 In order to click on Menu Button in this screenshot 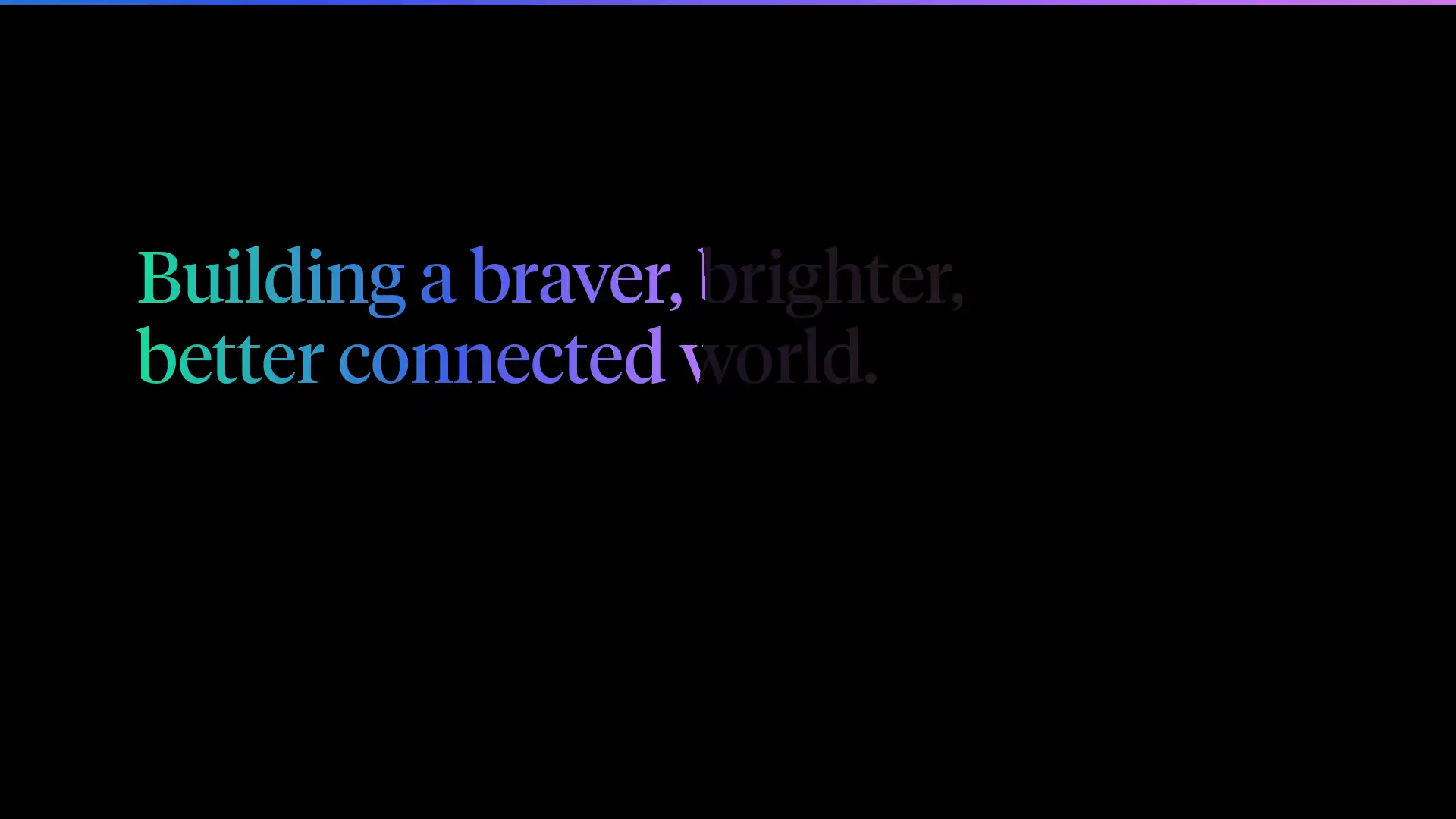, I will do `click(1302, 39)`.